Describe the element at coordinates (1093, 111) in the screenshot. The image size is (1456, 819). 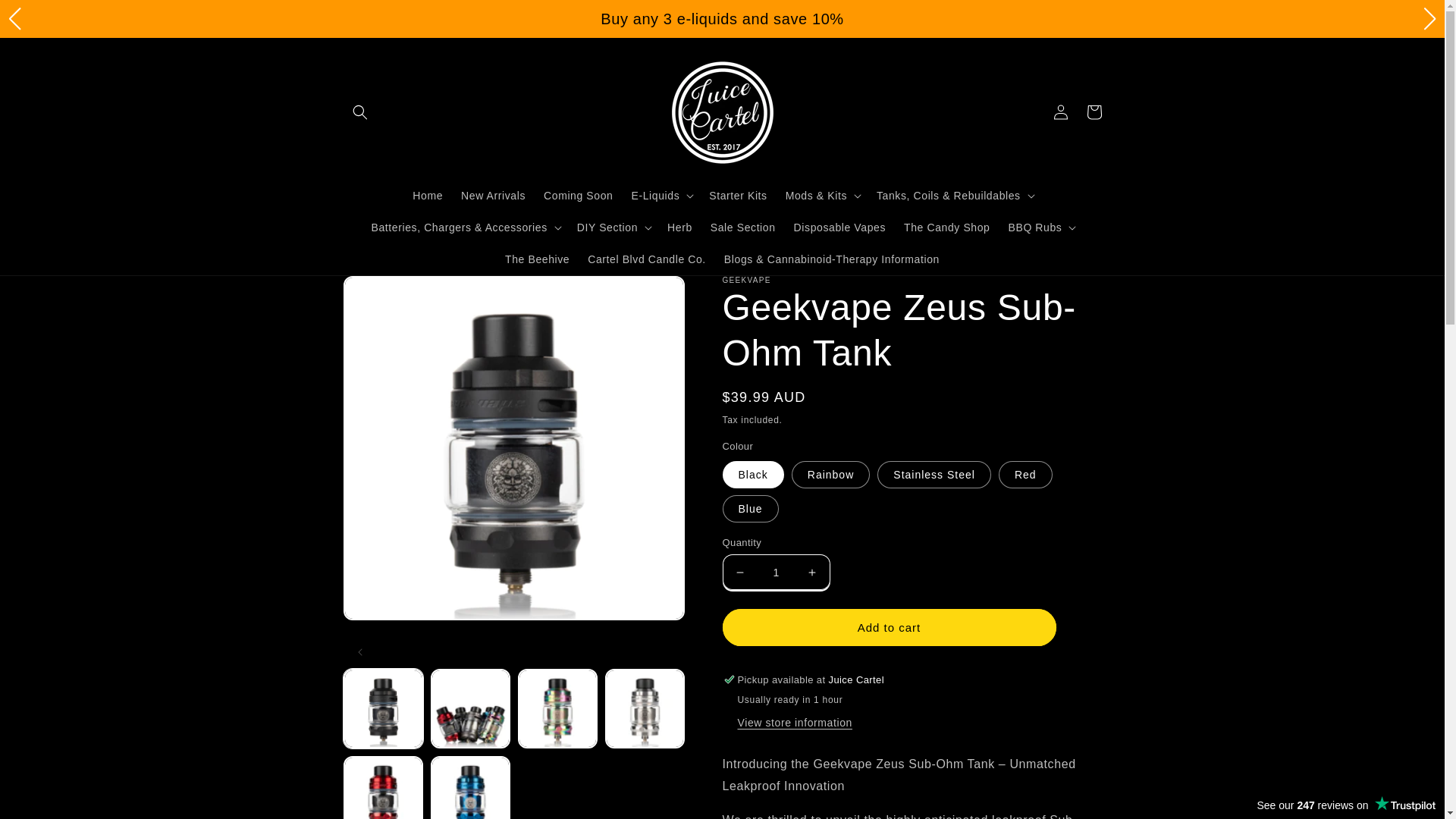
I see `'Cart'` at that location.